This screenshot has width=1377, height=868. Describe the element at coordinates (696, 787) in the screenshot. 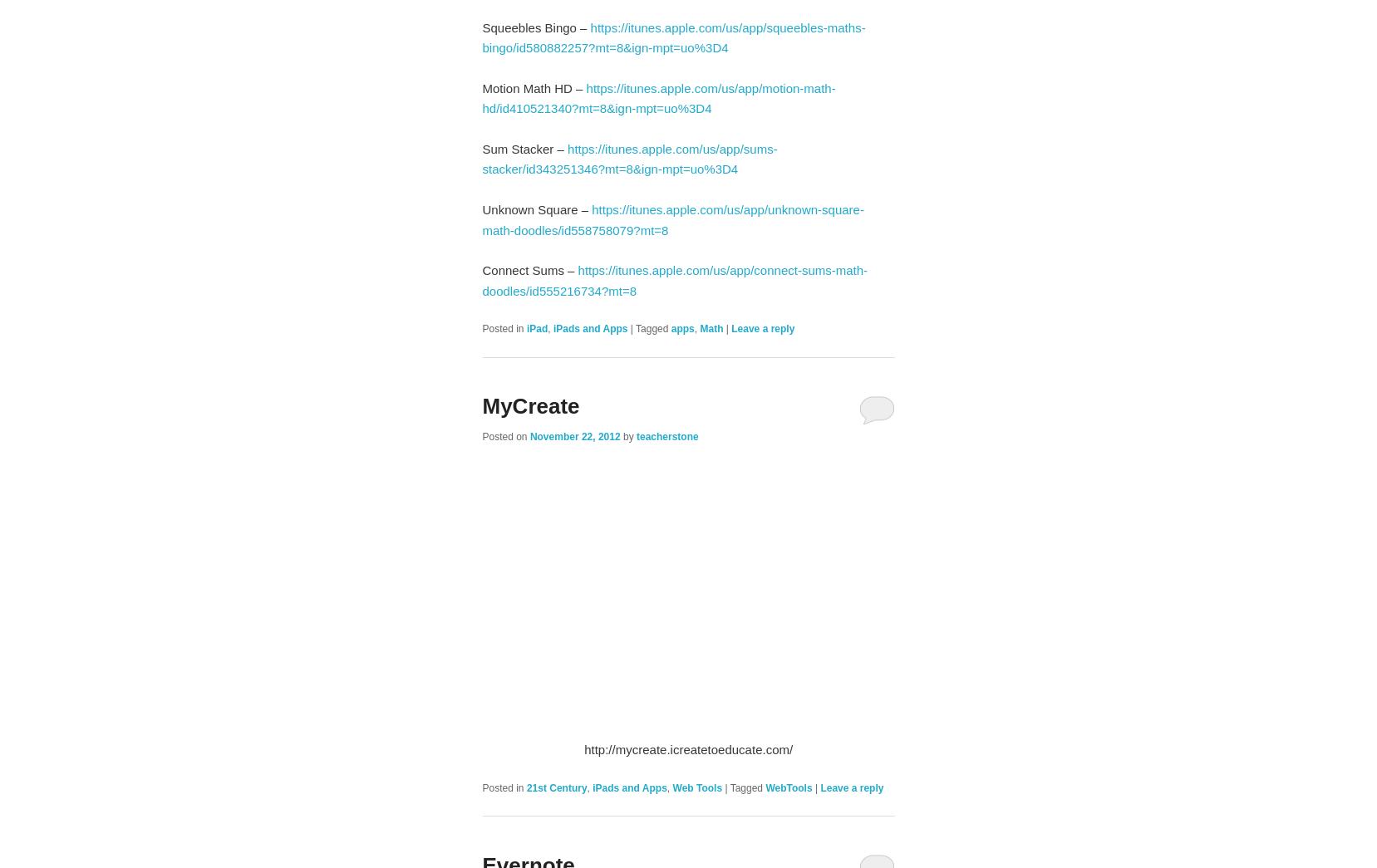

I see `'Web Tools'` at that location.